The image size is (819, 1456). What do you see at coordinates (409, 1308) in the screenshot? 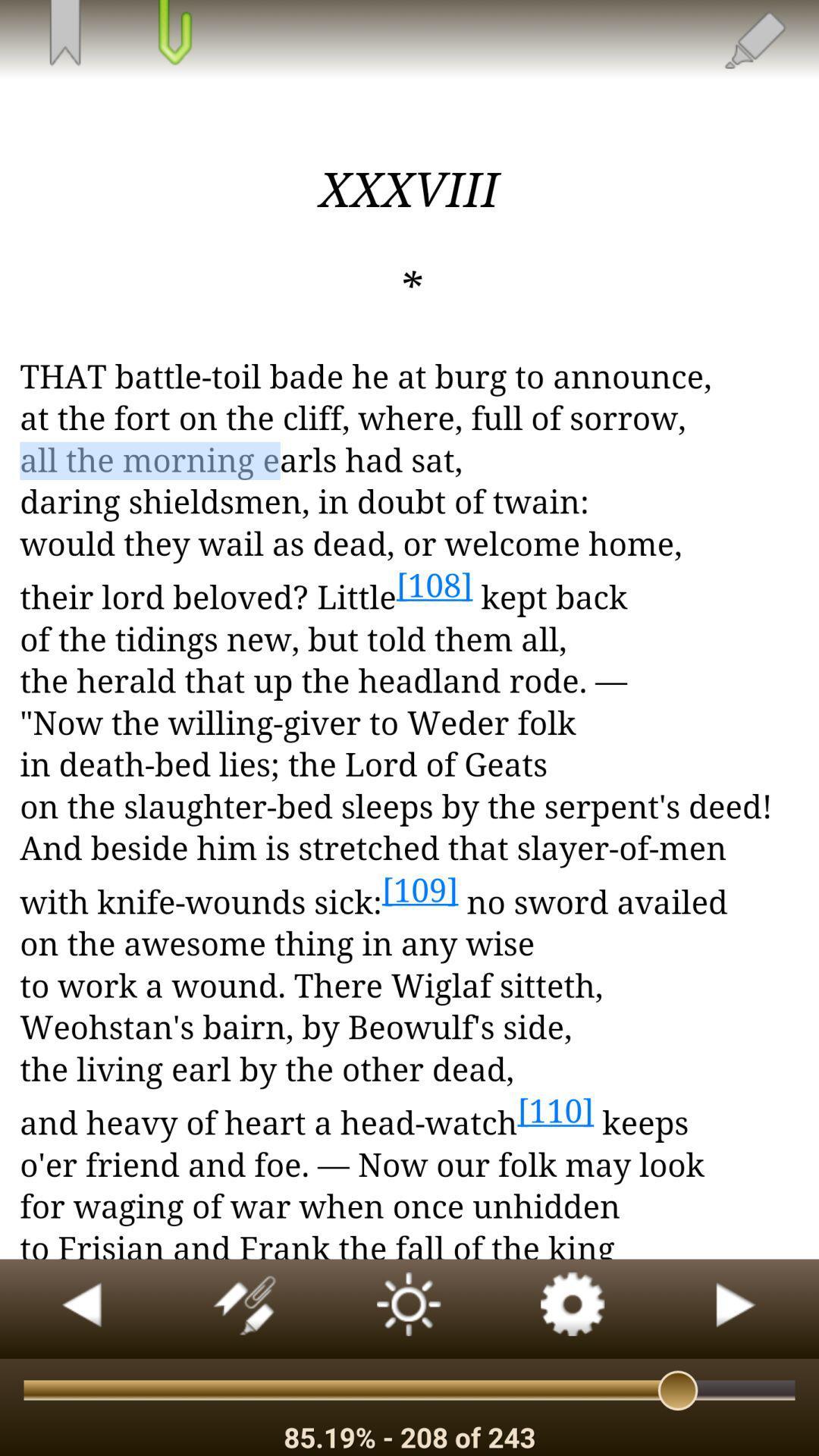
I see `screen brightness` at bounding box center [409, 1308].